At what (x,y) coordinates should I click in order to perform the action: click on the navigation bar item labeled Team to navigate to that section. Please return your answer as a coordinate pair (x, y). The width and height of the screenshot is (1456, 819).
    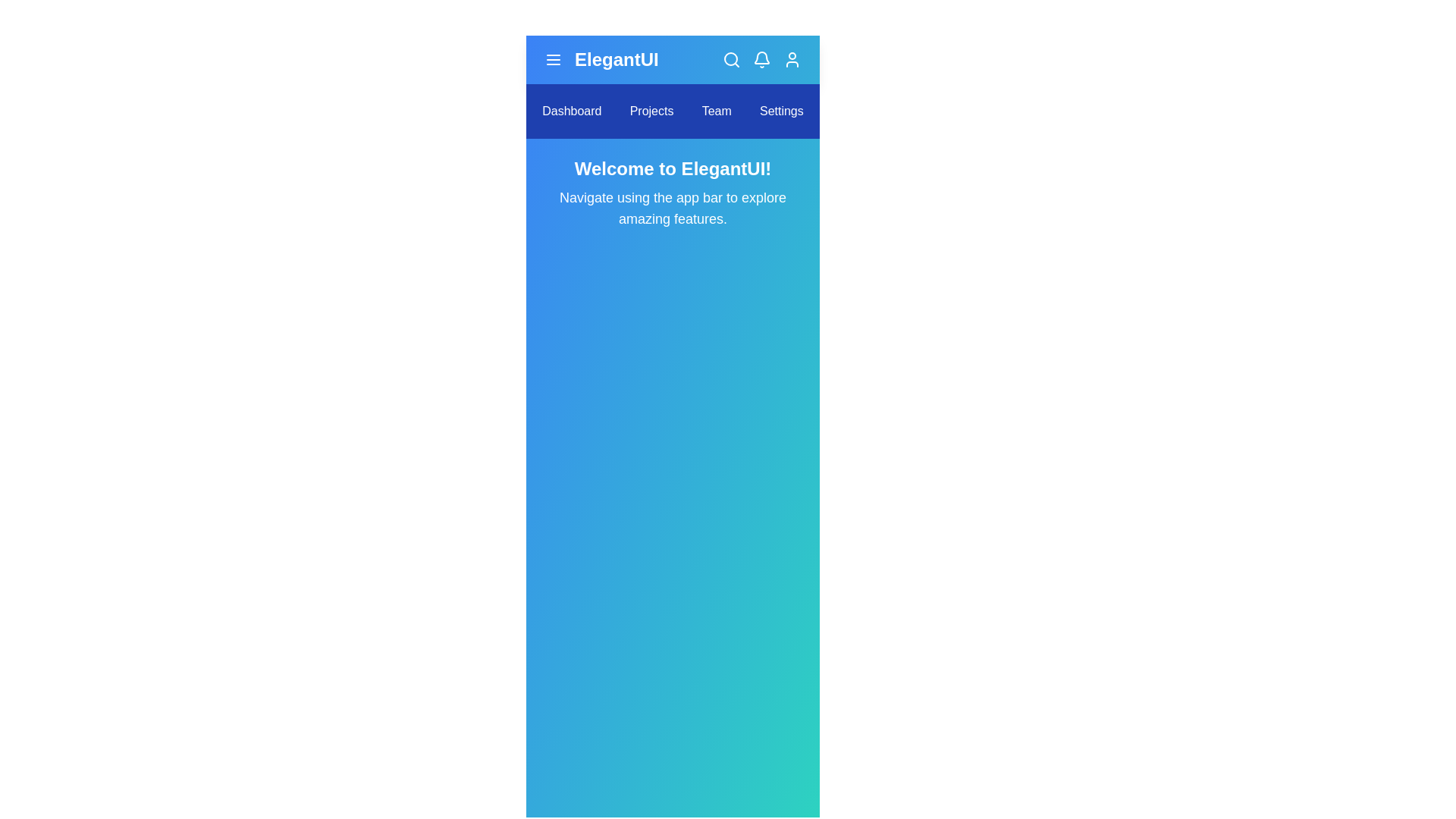
    Looking at the image, I should click on (716, 110).